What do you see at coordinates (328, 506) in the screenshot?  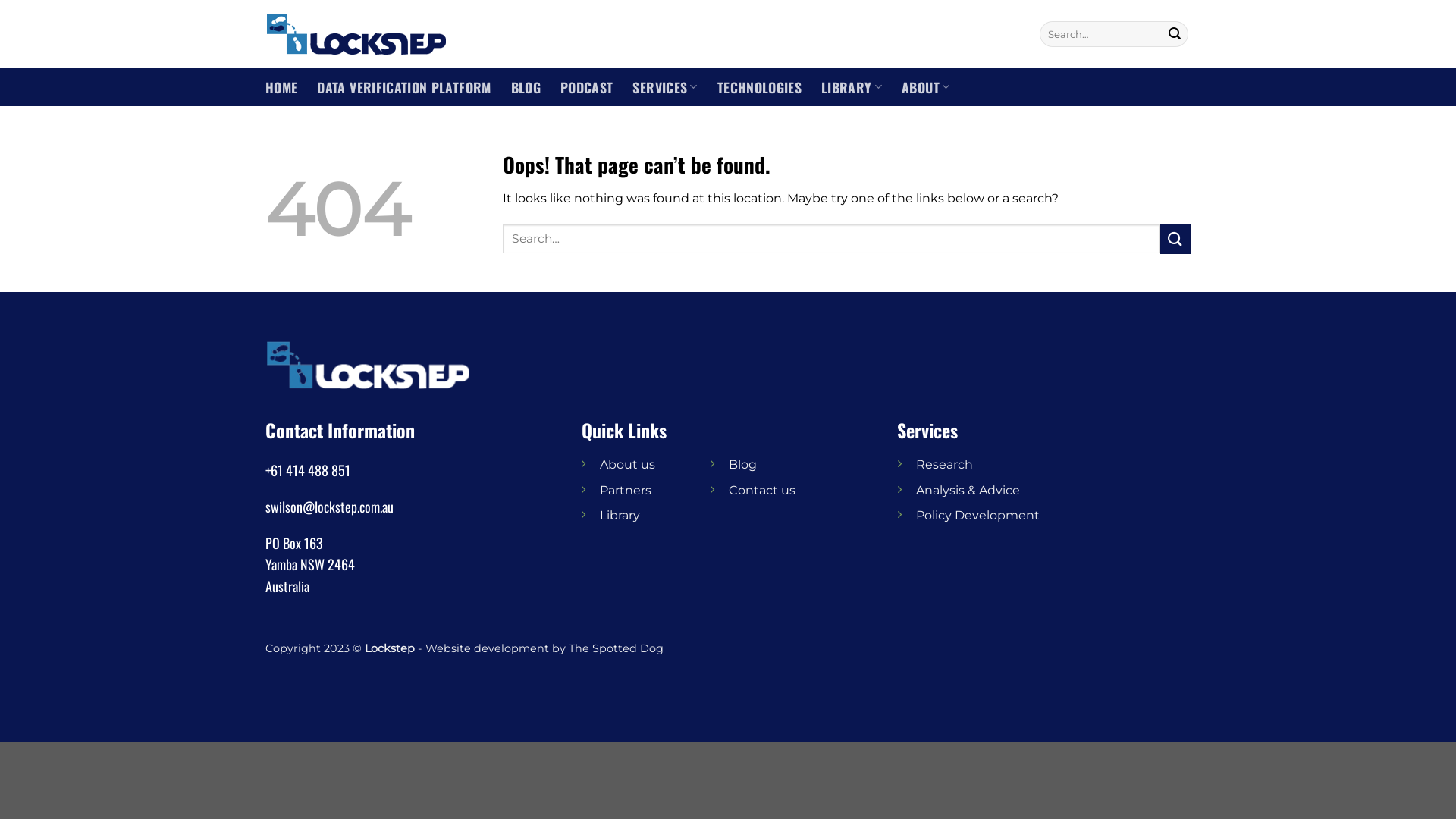 I see `'swilson@lockstep.com.au'` at bounding box center [328, 506].